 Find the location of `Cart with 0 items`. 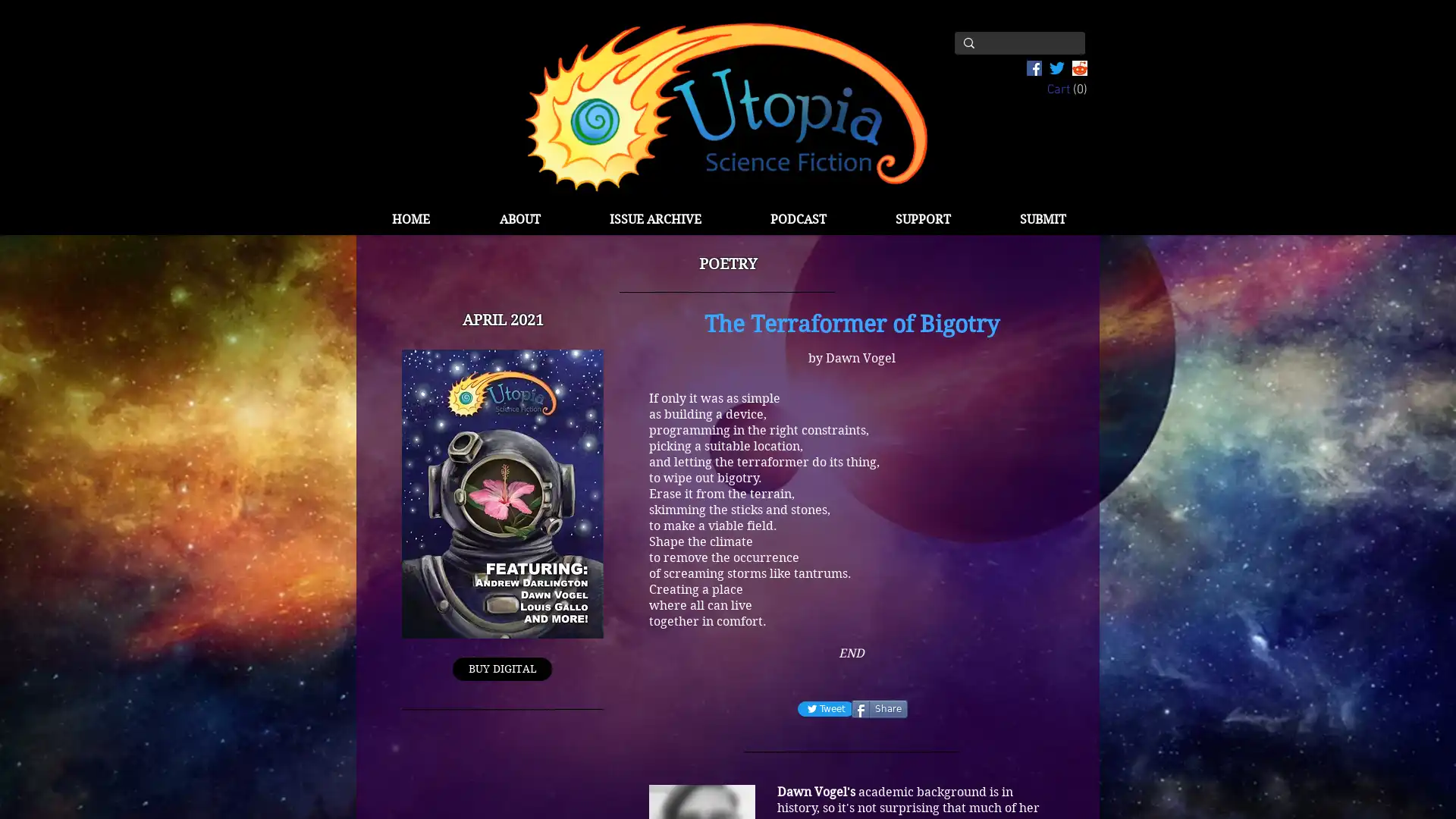

Cart with 0 items is located at coordinates (1066, 88).